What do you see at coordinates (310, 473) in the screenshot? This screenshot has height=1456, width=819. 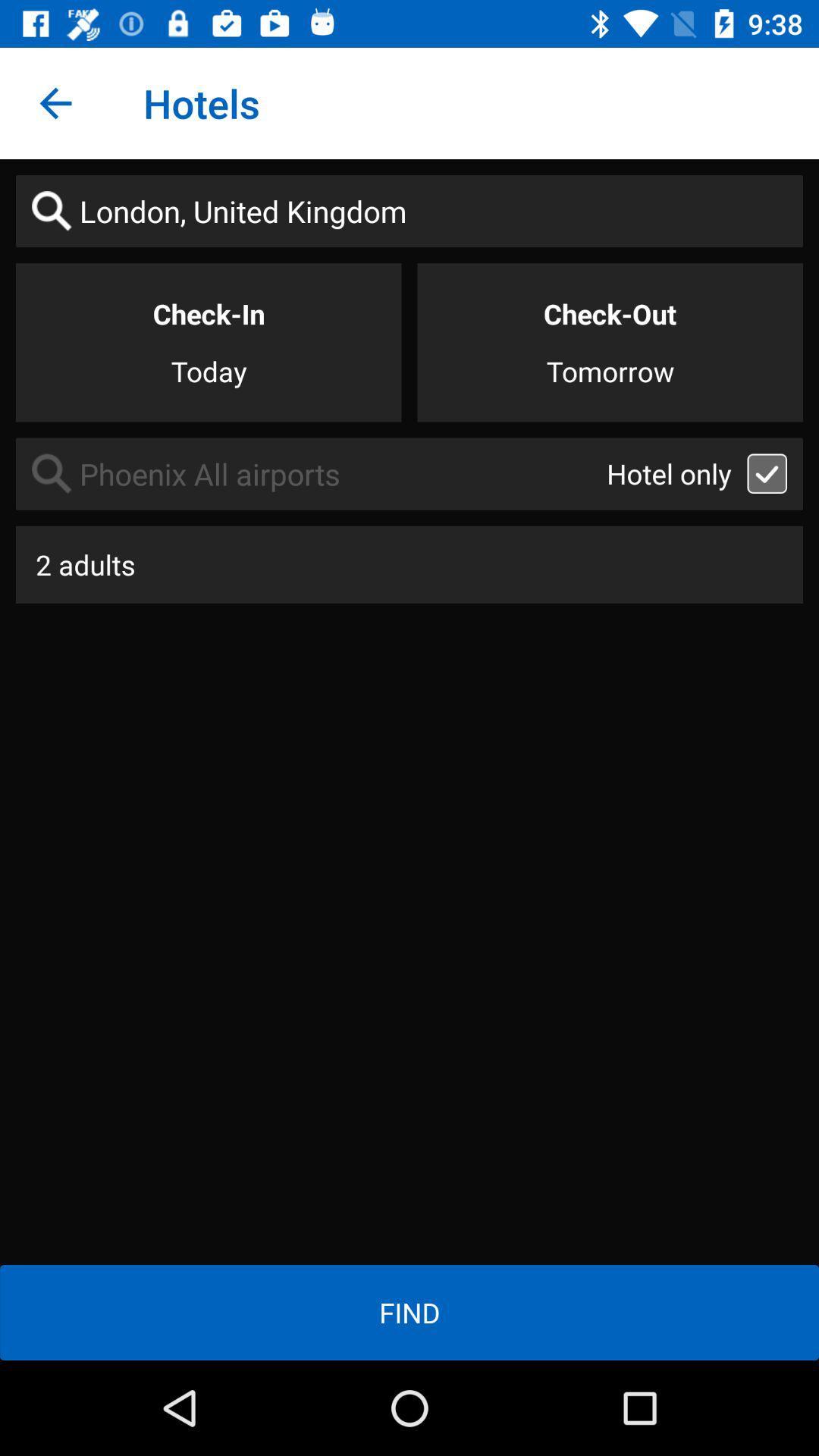 I see `item above the 2 adults` at bounding box center [310, 473].